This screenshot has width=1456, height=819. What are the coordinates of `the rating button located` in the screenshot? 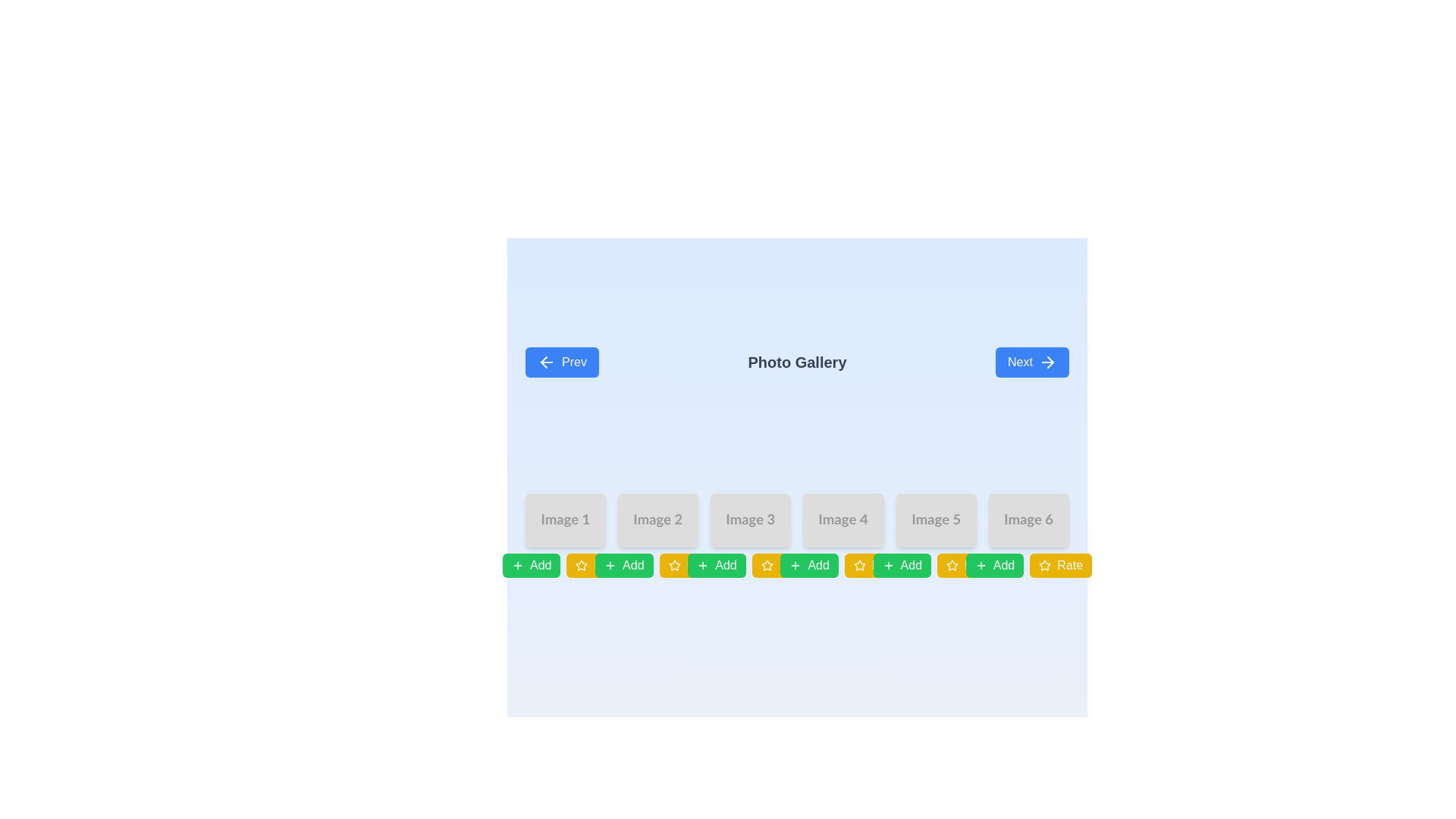 It's located at (843, 565).